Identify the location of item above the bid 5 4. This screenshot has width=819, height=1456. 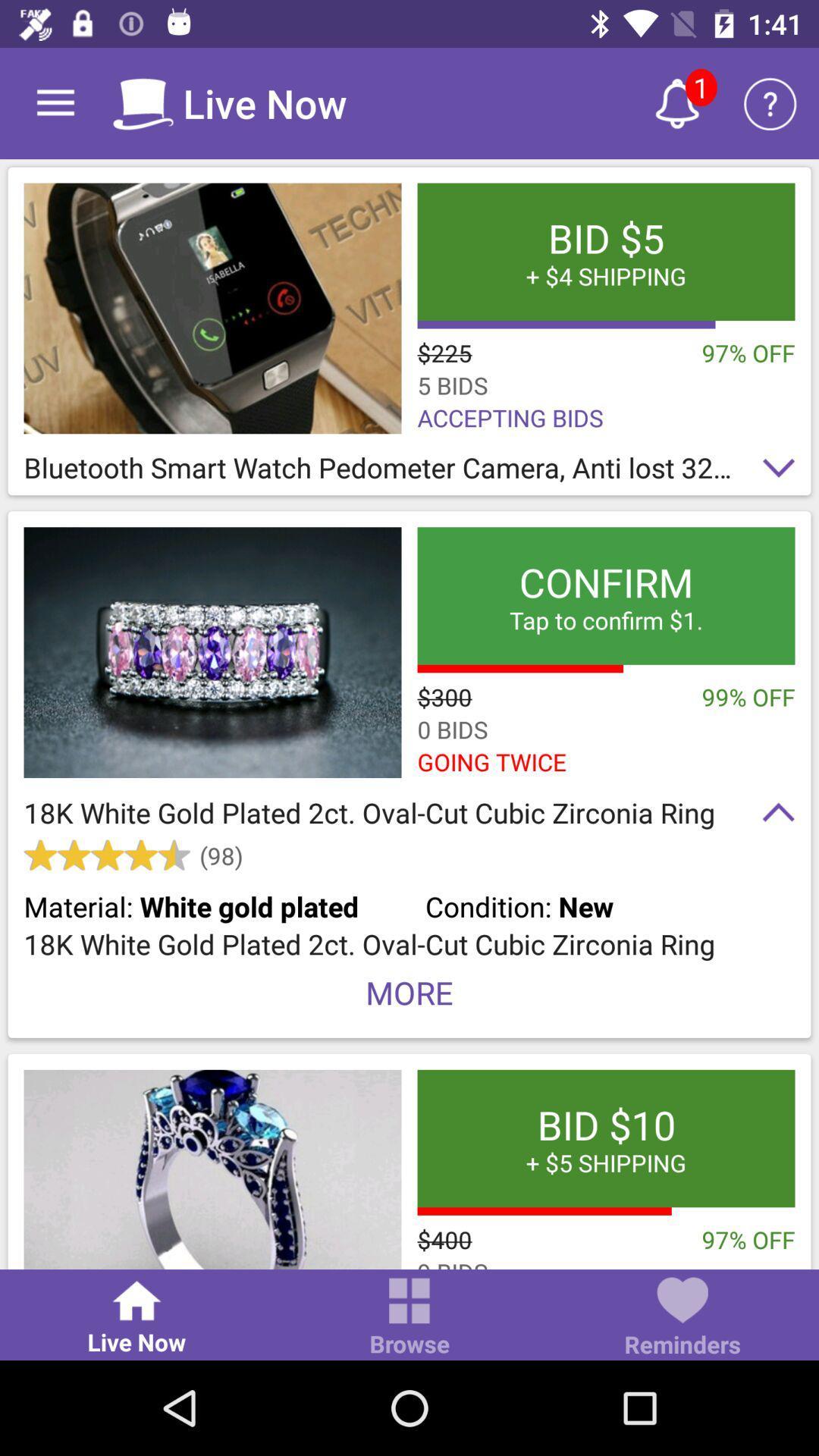
(676, 102).